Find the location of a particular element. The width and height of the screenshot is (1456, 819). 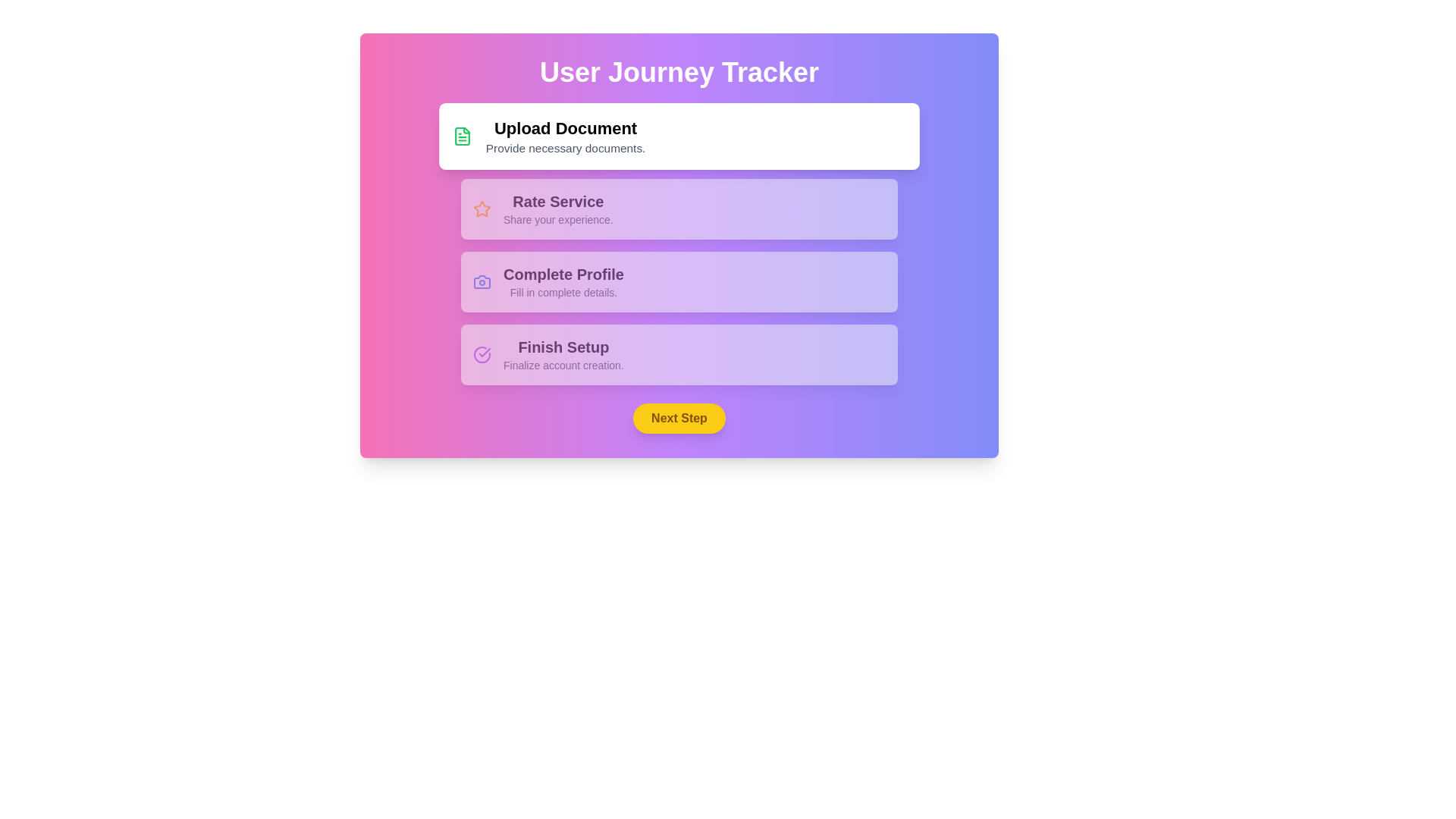

the bold, large-sized text displaying 'User Journey Tracker' in white font, located at the top of the interface with a gradient background transitioning from pink to purple is located at coordinates (679, 73).